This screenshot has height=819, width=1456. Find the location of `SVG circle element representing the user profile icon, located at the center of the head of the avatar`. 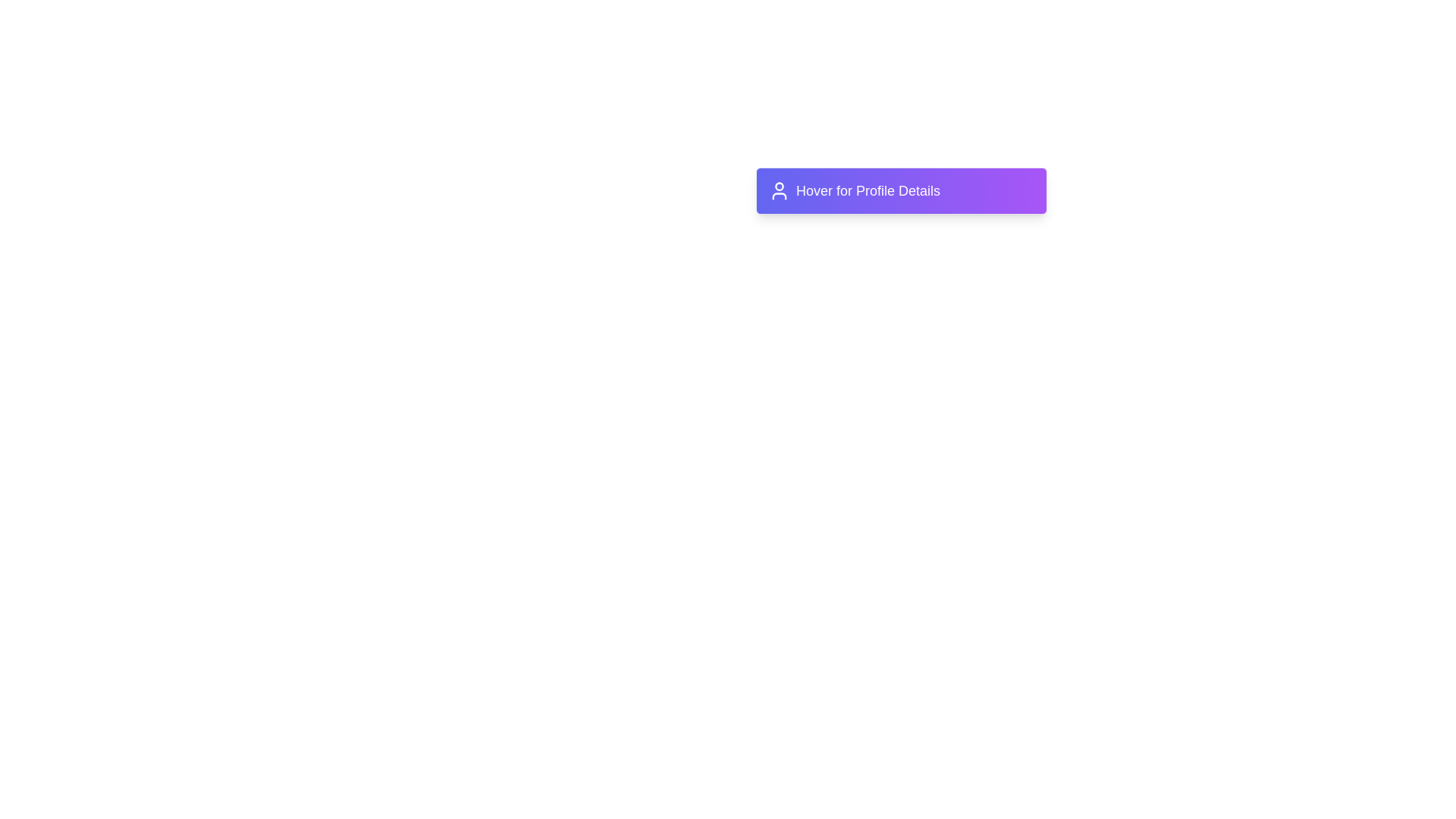

SVG circle element representing the user profile icon, located at the center of the head of the avatar is located at coordinates (779, 186).